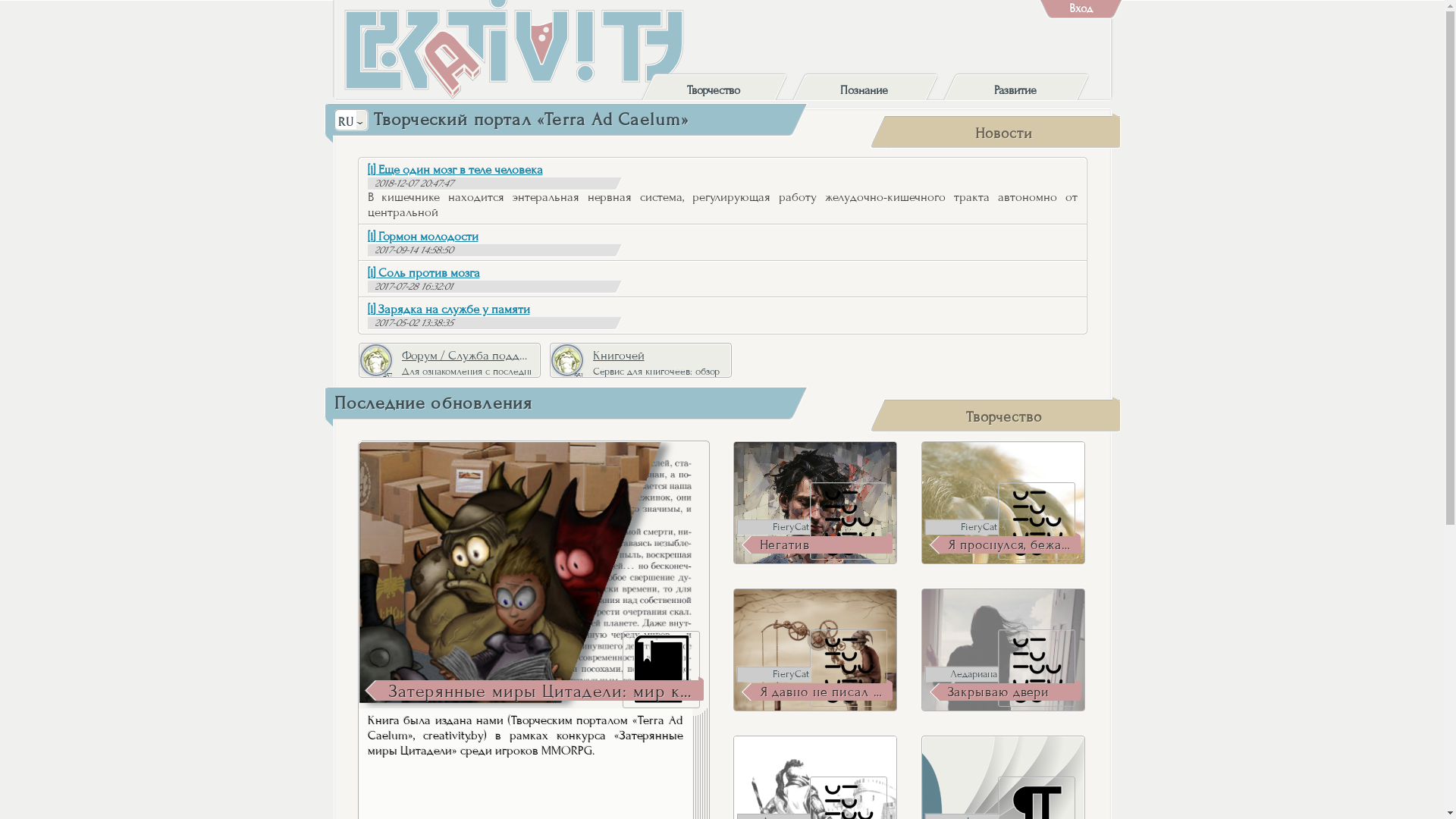  What do you see at coordinates (736, 673) in the screenshot?
I see `'FieryCat'` at bounding box center [736, 673].